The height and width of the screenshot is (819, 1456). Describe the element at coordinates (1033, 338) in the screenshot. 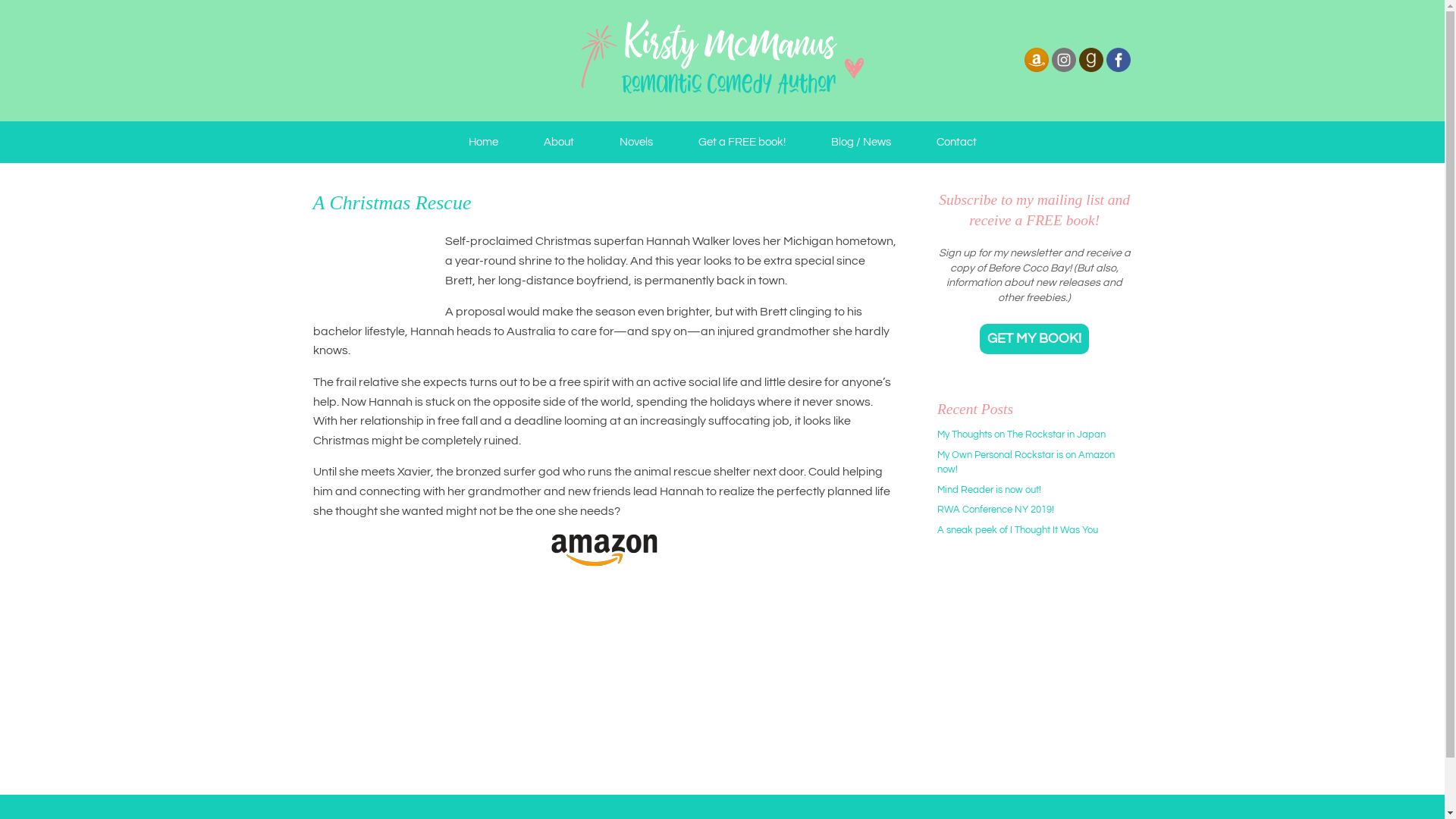

I see `'GET MY BOOK!'` at that location.